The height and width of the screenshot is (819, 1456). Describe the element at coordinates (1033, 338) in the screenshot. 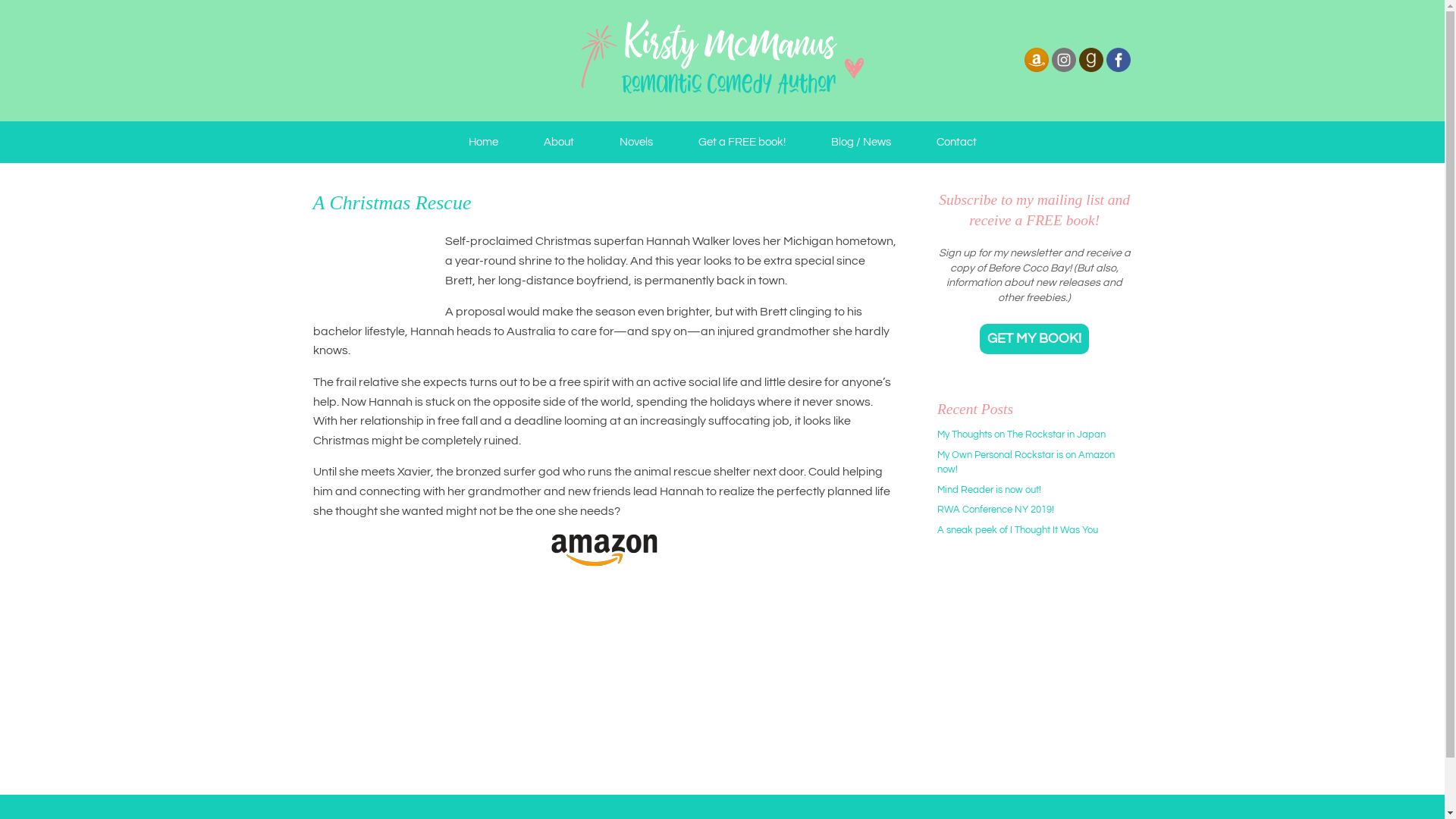

I see `'GET MY BOOK!'` at that location.